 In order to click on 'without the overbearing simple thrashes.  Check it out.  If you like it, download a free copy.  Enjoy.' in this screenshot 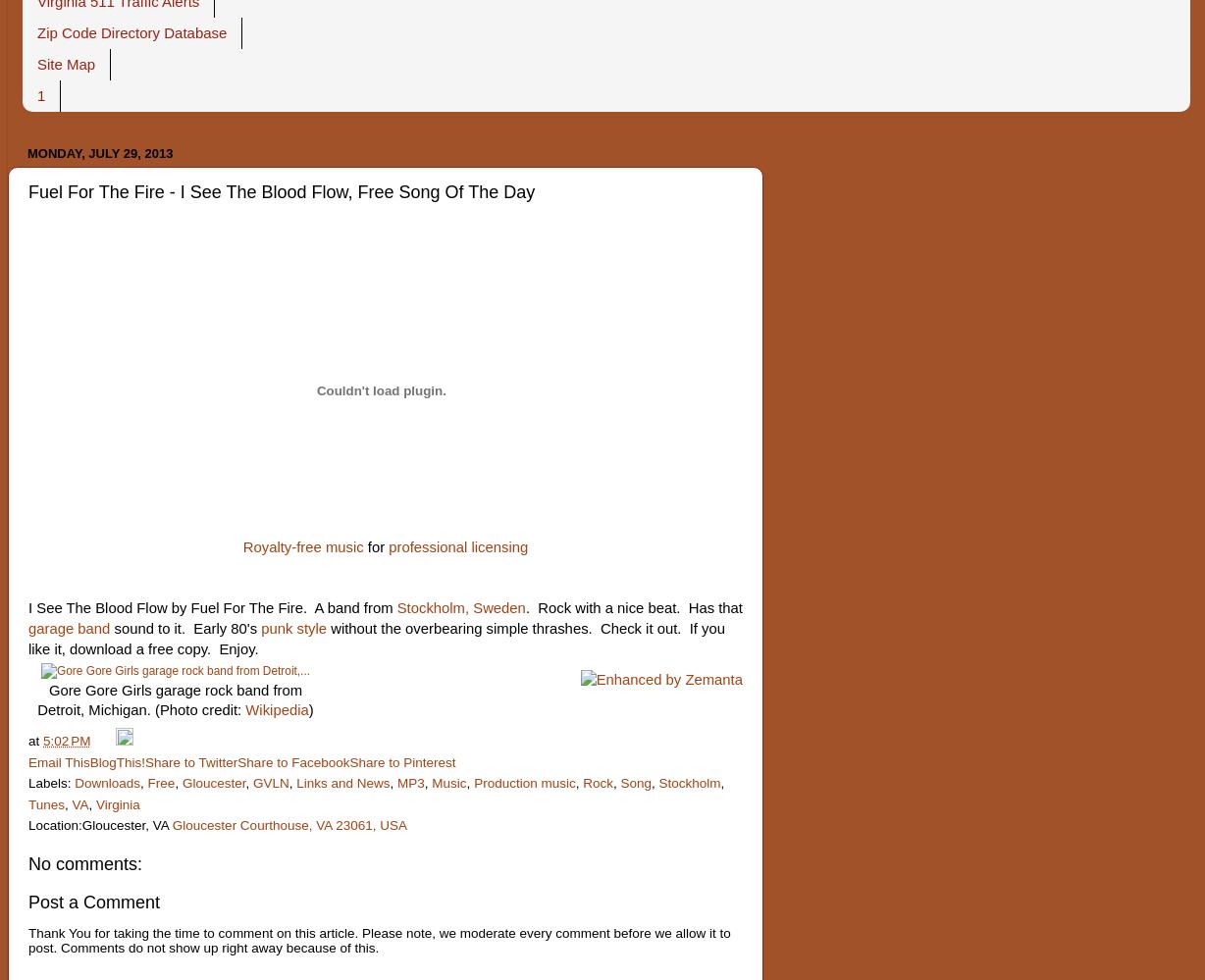, I will do `click(376, 638)`.